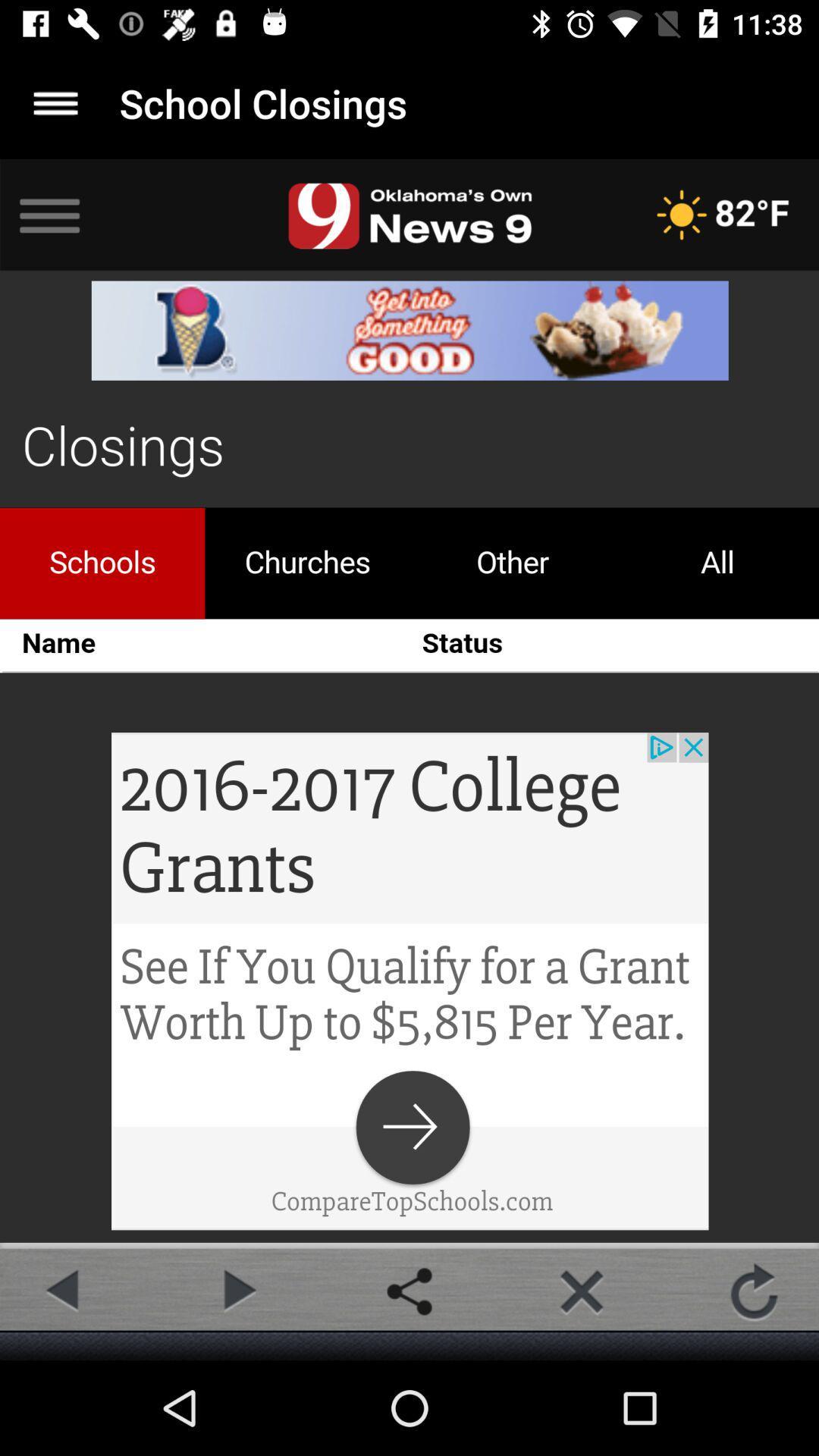 Image resolution: width=819 pixels, height=1456 pixels. I want to click on delect selection, so click(581, 1291).